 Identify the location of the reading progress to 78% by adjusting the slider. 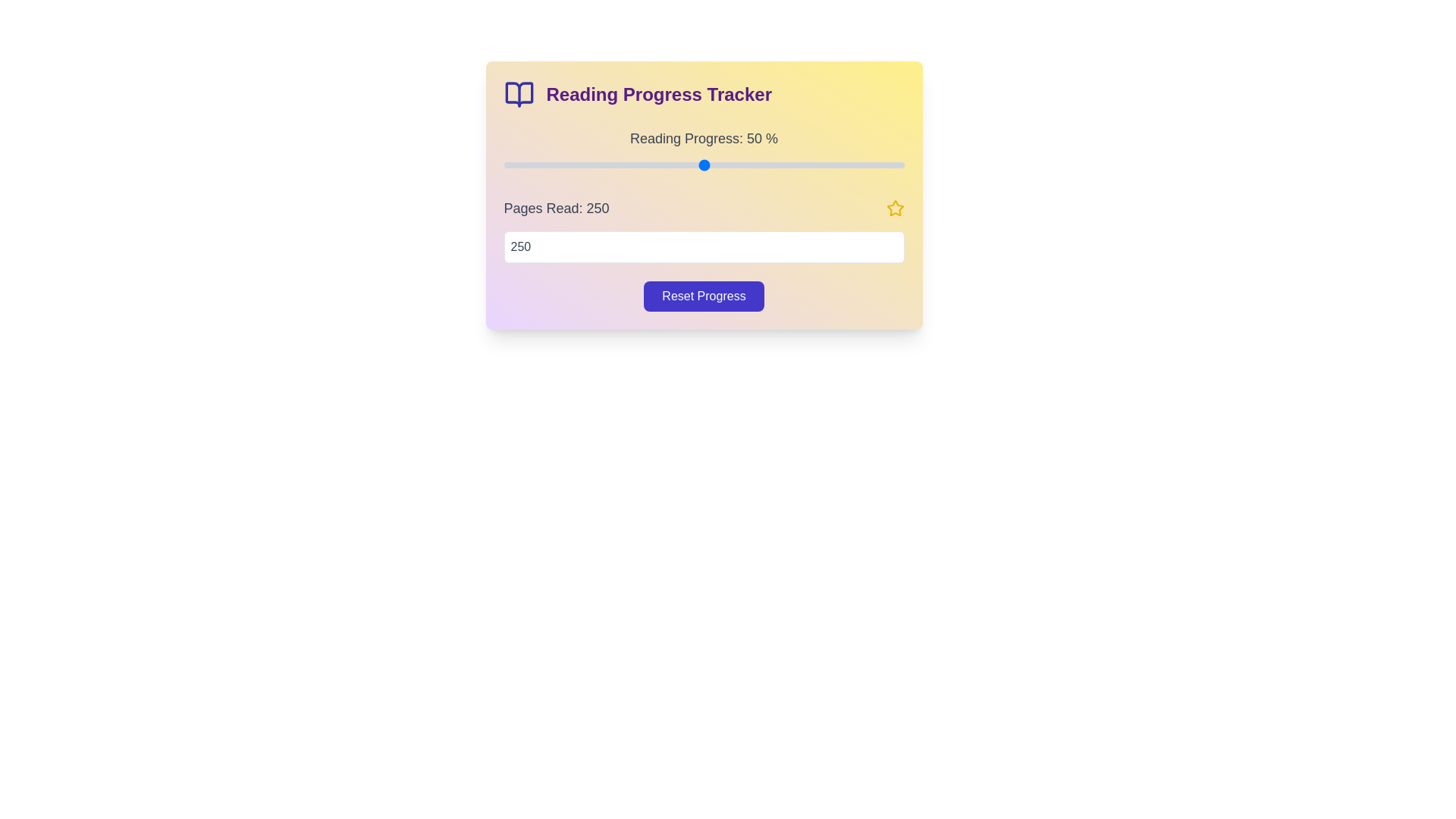
(815, 165).